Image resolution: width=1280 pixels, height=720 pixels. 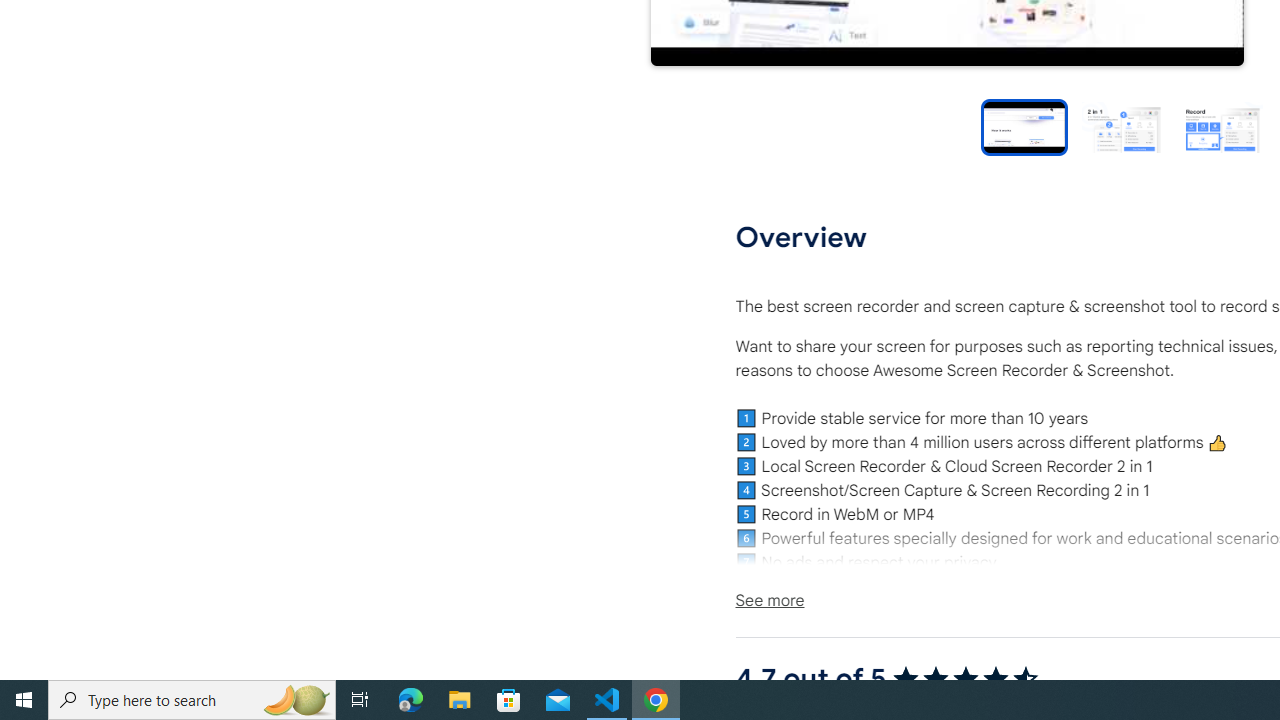 I want to click on 'Type here to search', so click(x=192, y=698).